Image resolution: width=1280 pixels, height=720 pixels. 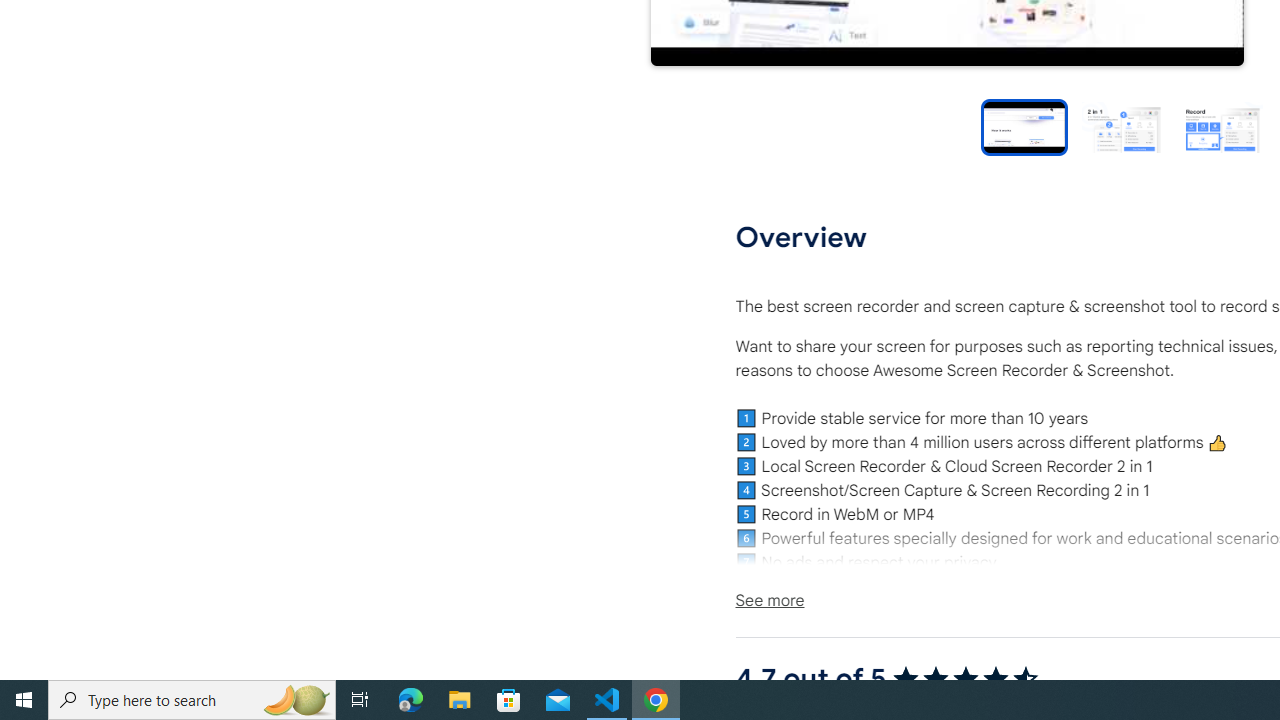 I want to click on 'Type here to search', so click(x=192, y=698).